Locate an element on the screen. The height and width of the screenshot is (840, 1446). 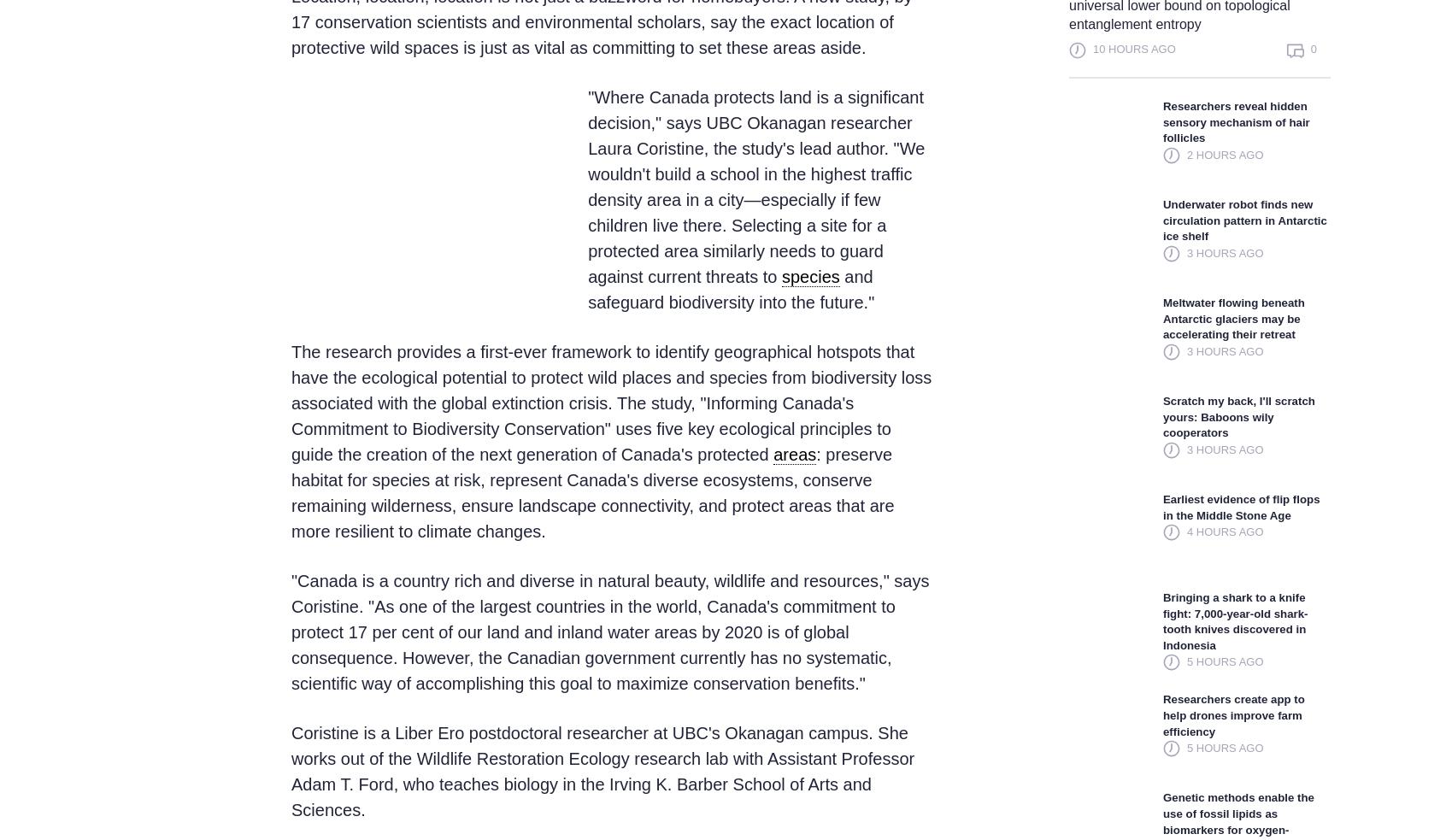
'4 hours ago' is located at coordinates (1223, 532).